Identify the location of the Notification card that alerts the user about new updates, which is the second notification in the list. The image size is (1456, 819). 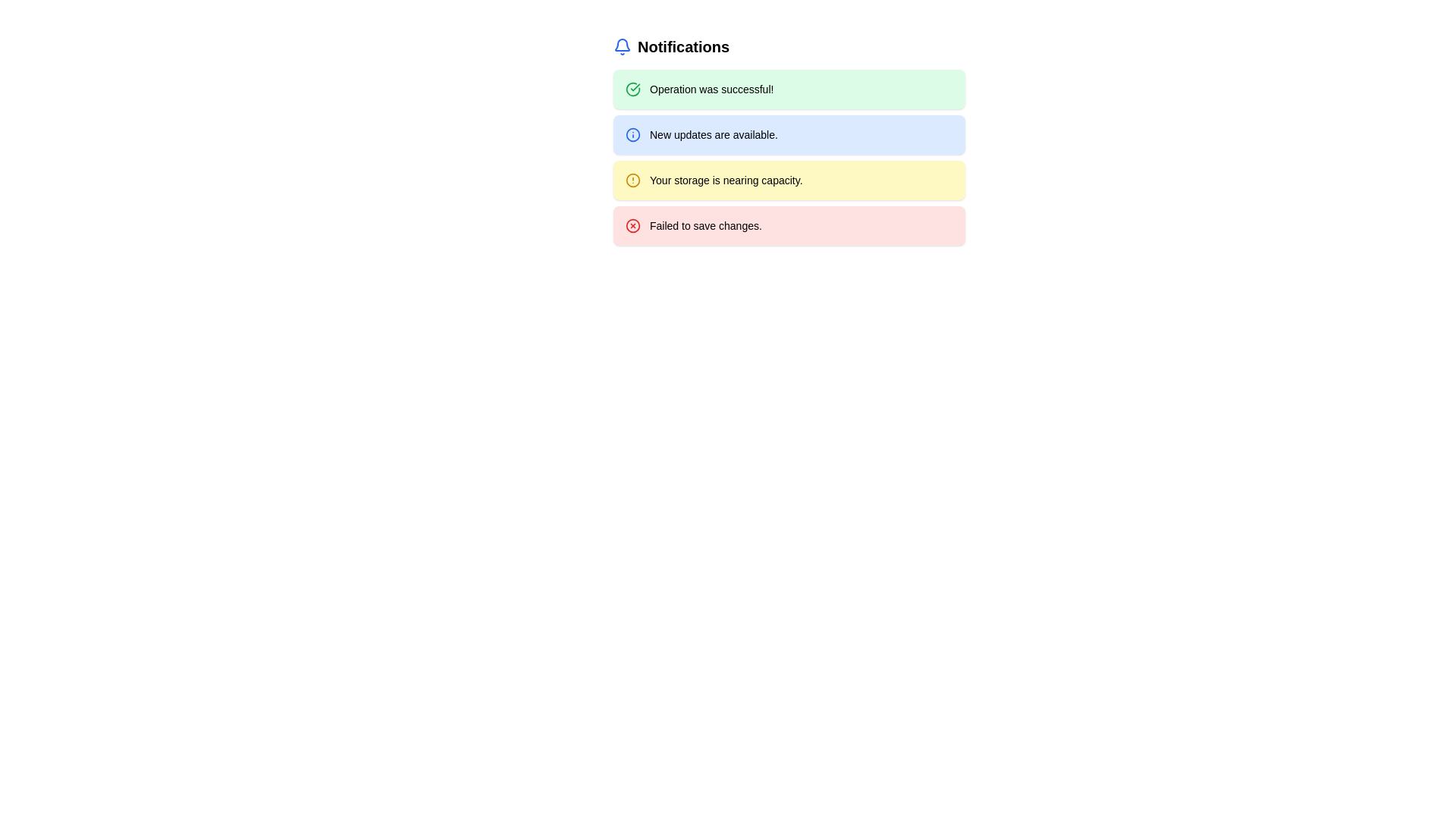
(789, 133).